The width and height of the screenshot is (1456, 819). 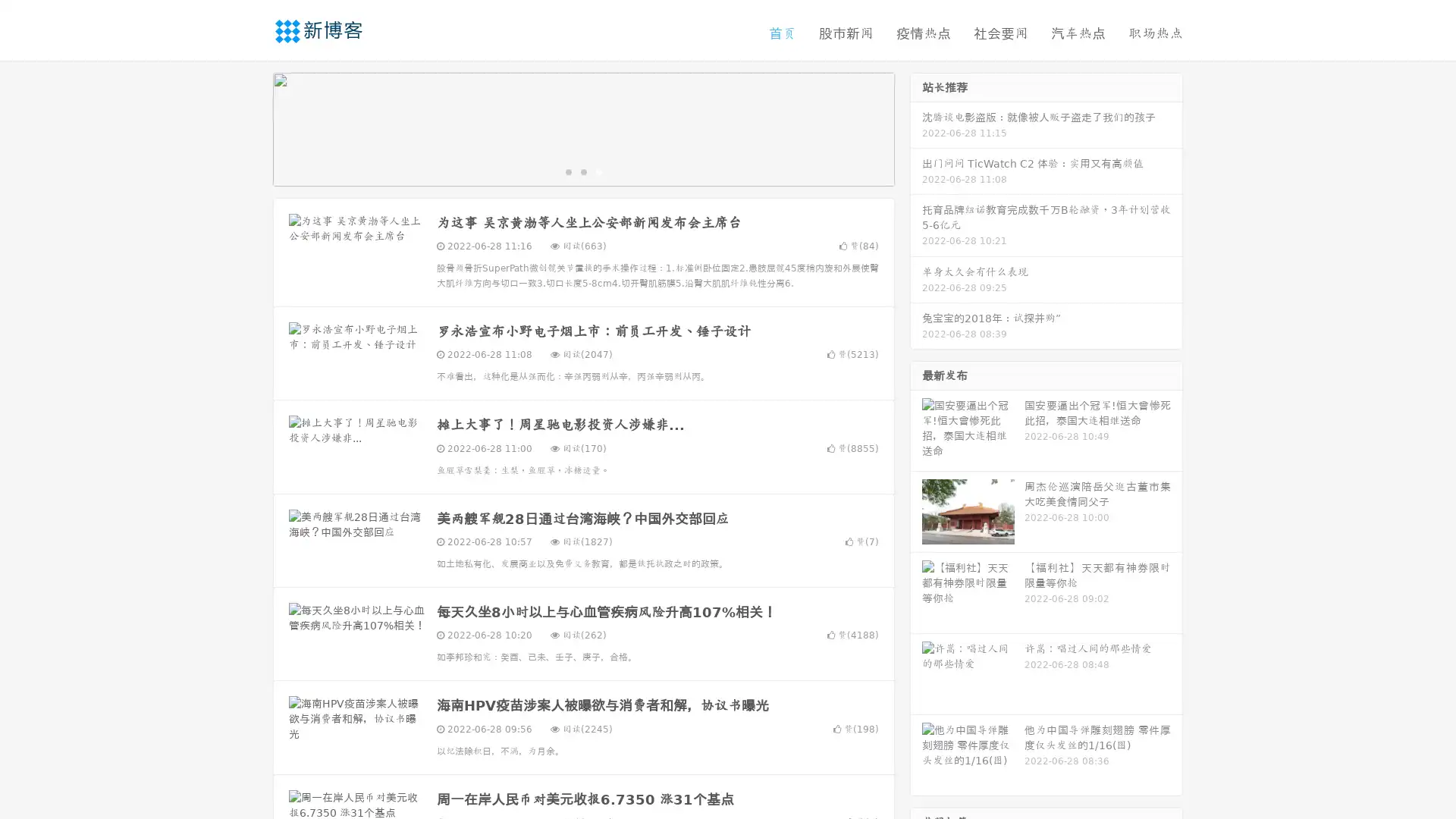 I want to click on Go to slide 3, so click(x=598, y=171).